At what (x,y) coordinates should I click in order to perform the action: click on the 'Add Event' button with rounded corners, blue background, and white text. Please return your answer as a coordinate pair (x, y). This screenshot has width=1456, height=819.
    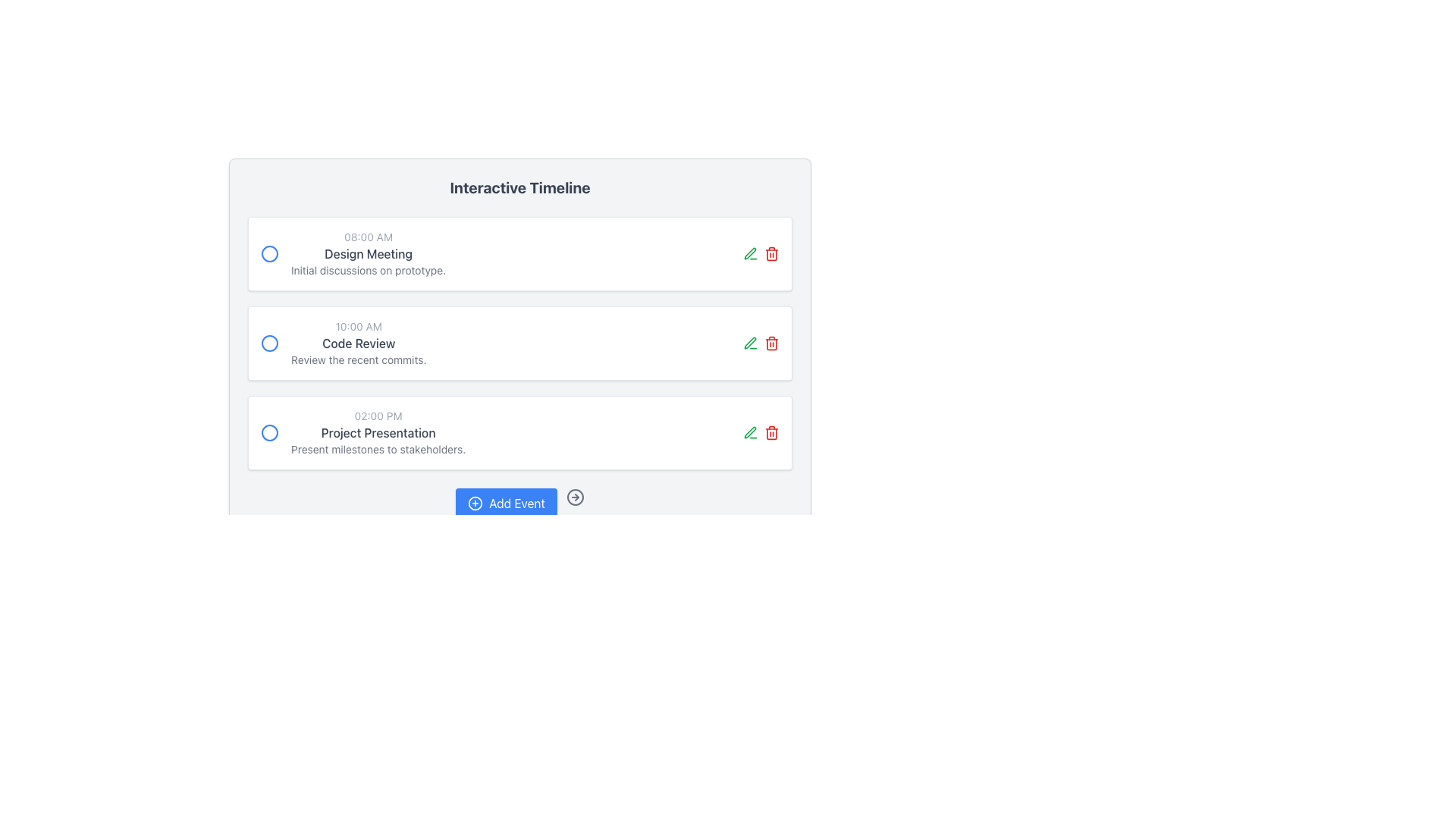
    Looking at the image, I should click on (506, 503).